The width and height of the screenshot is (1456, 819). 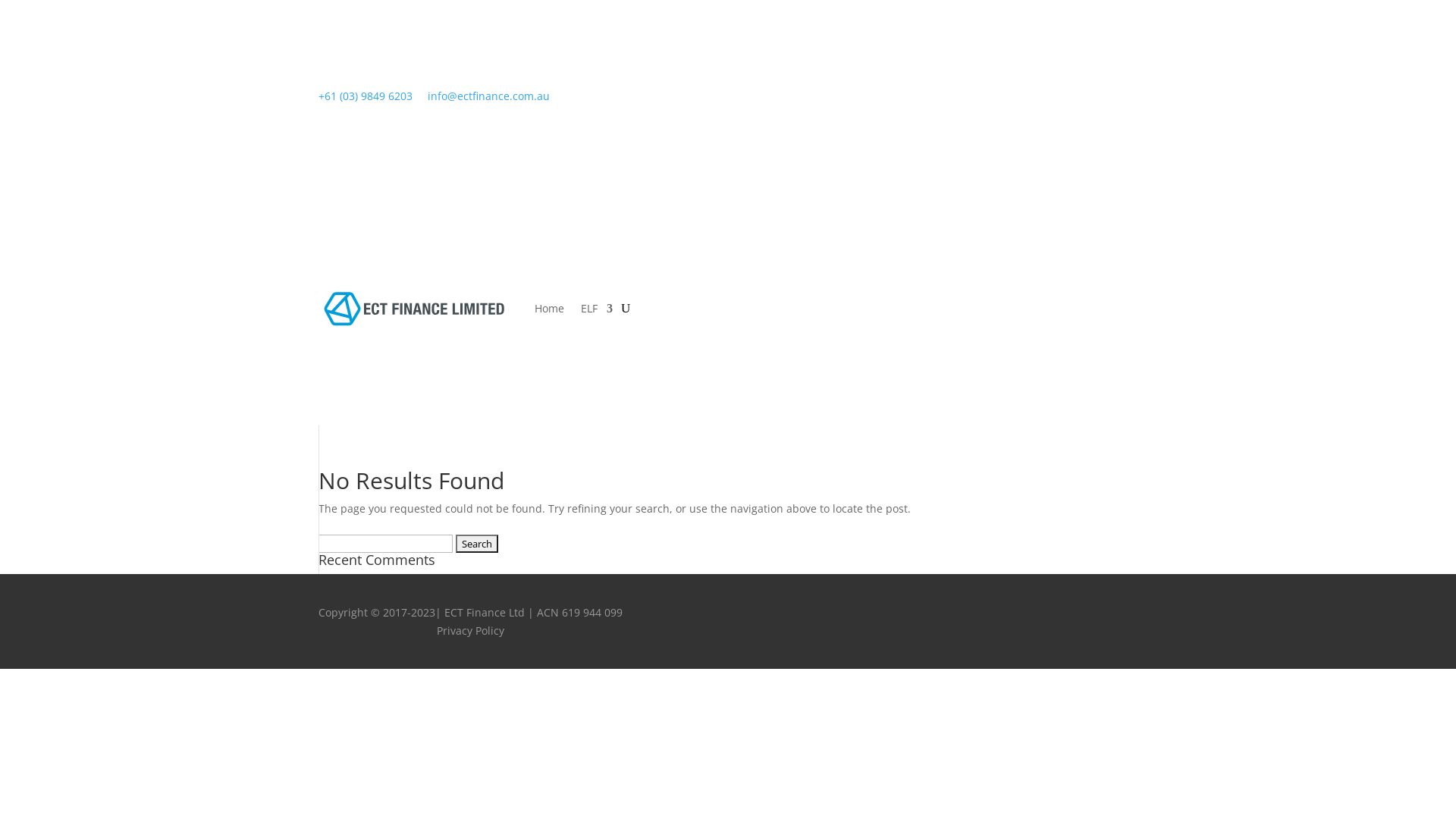 I want to click on 'Home', so click(x=548, y=308).